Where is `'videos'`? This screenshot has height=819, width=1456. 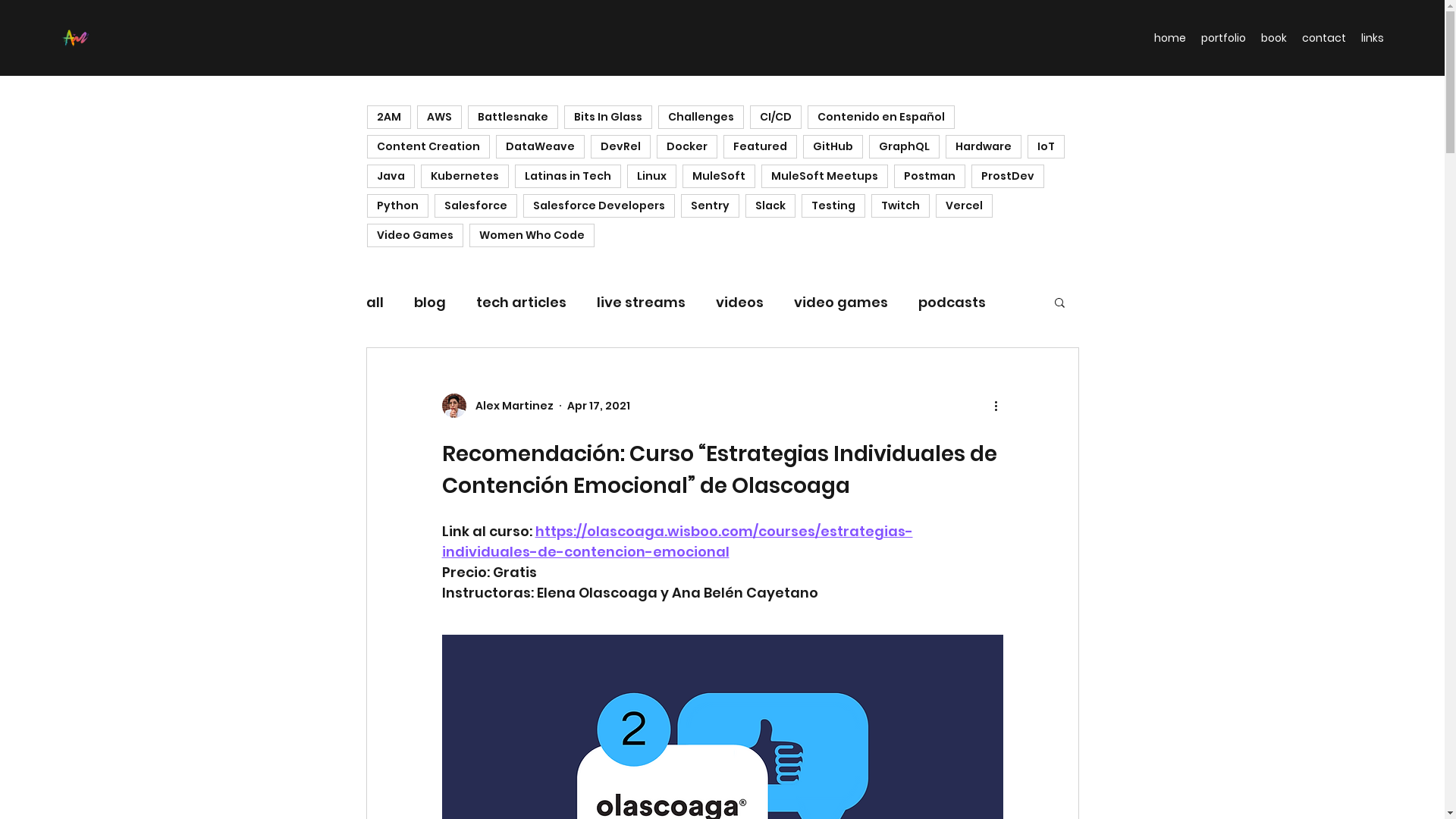 'videos' is located at coordinates (739, 301).